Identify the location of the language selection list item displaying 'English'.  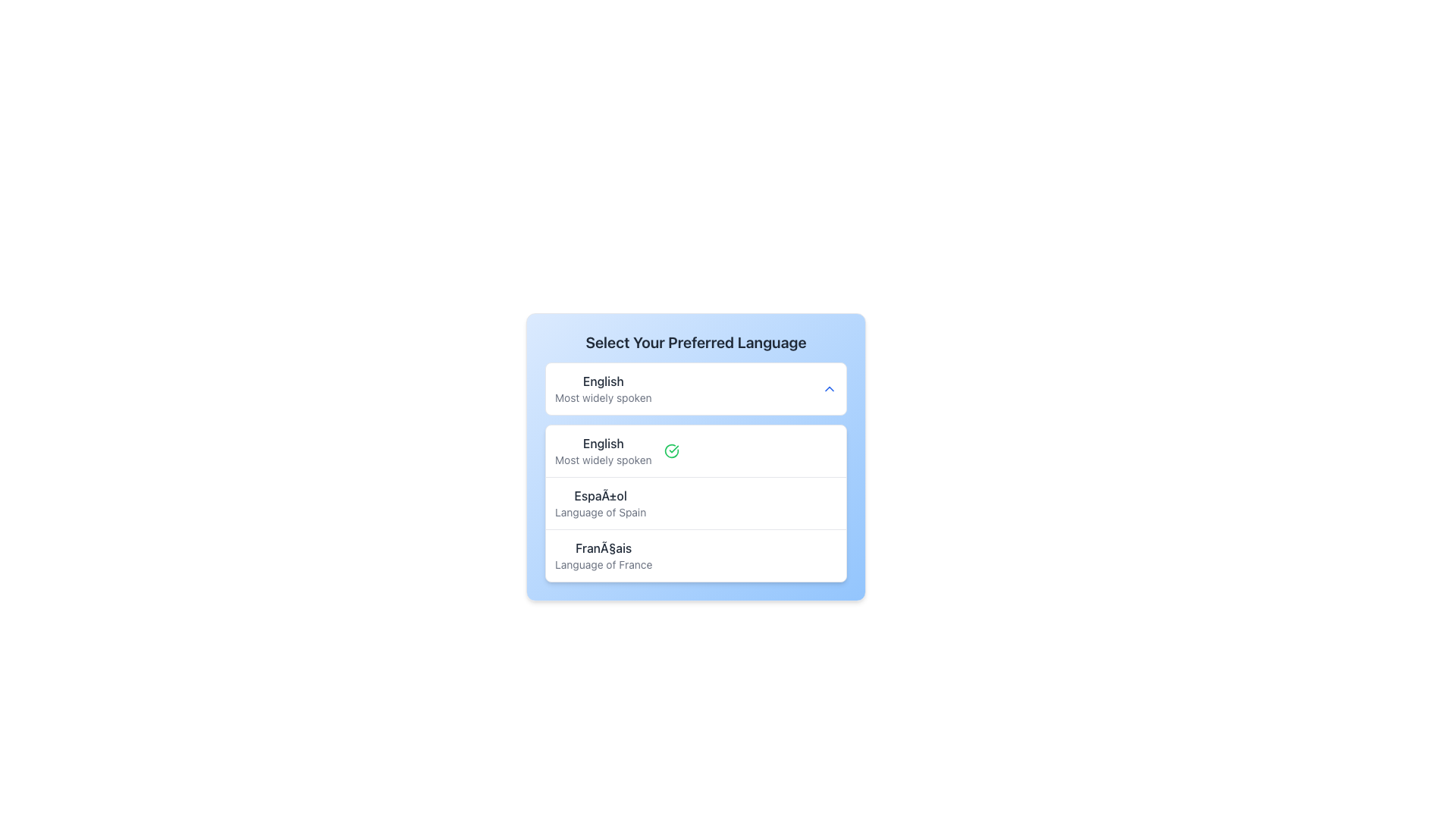
(602, 450).